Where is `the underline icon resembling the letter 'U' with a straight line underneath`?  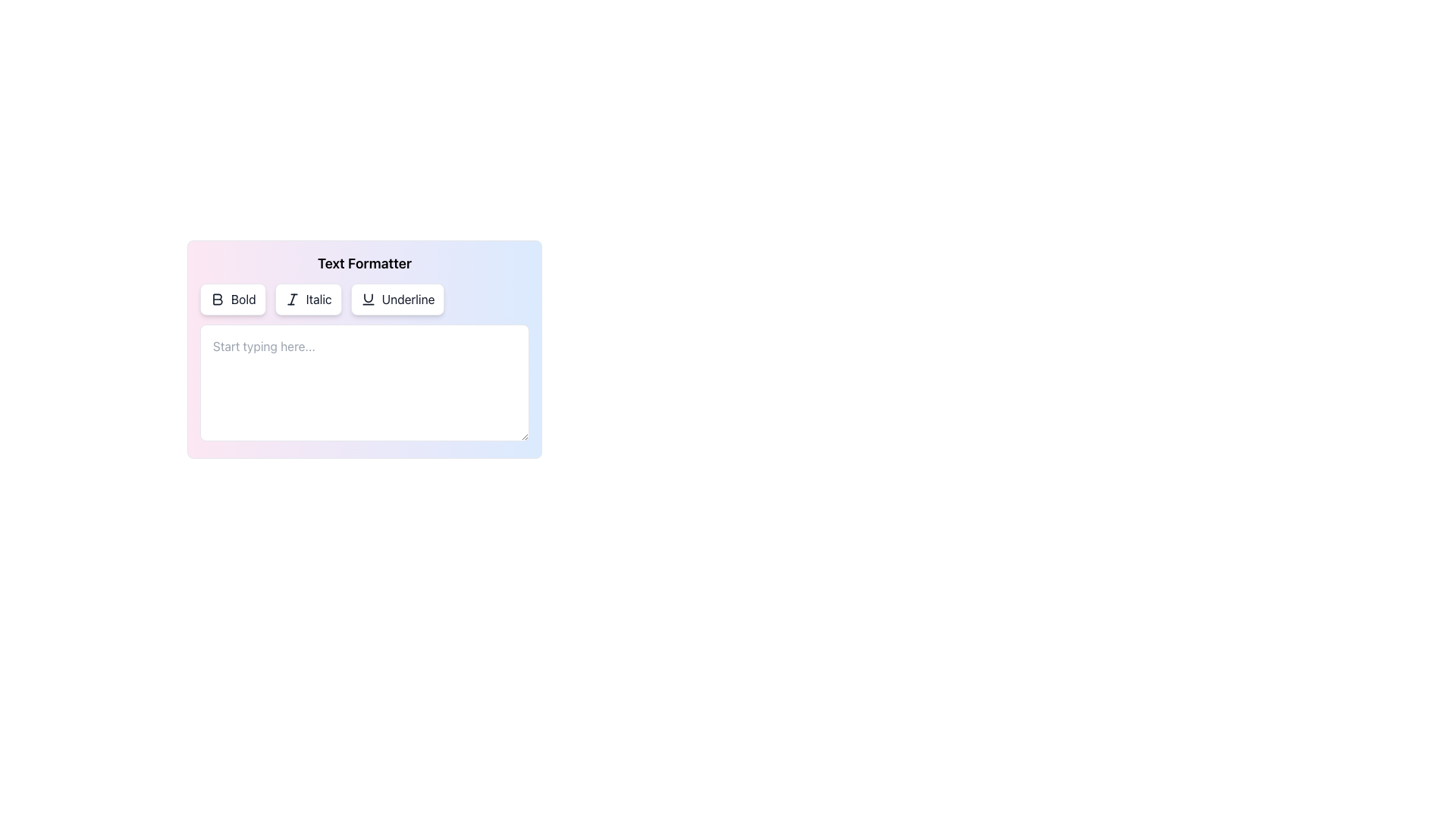 the underline icon resembling the letter 'U' with a straight line underneath is located at coordinates (368, 299).